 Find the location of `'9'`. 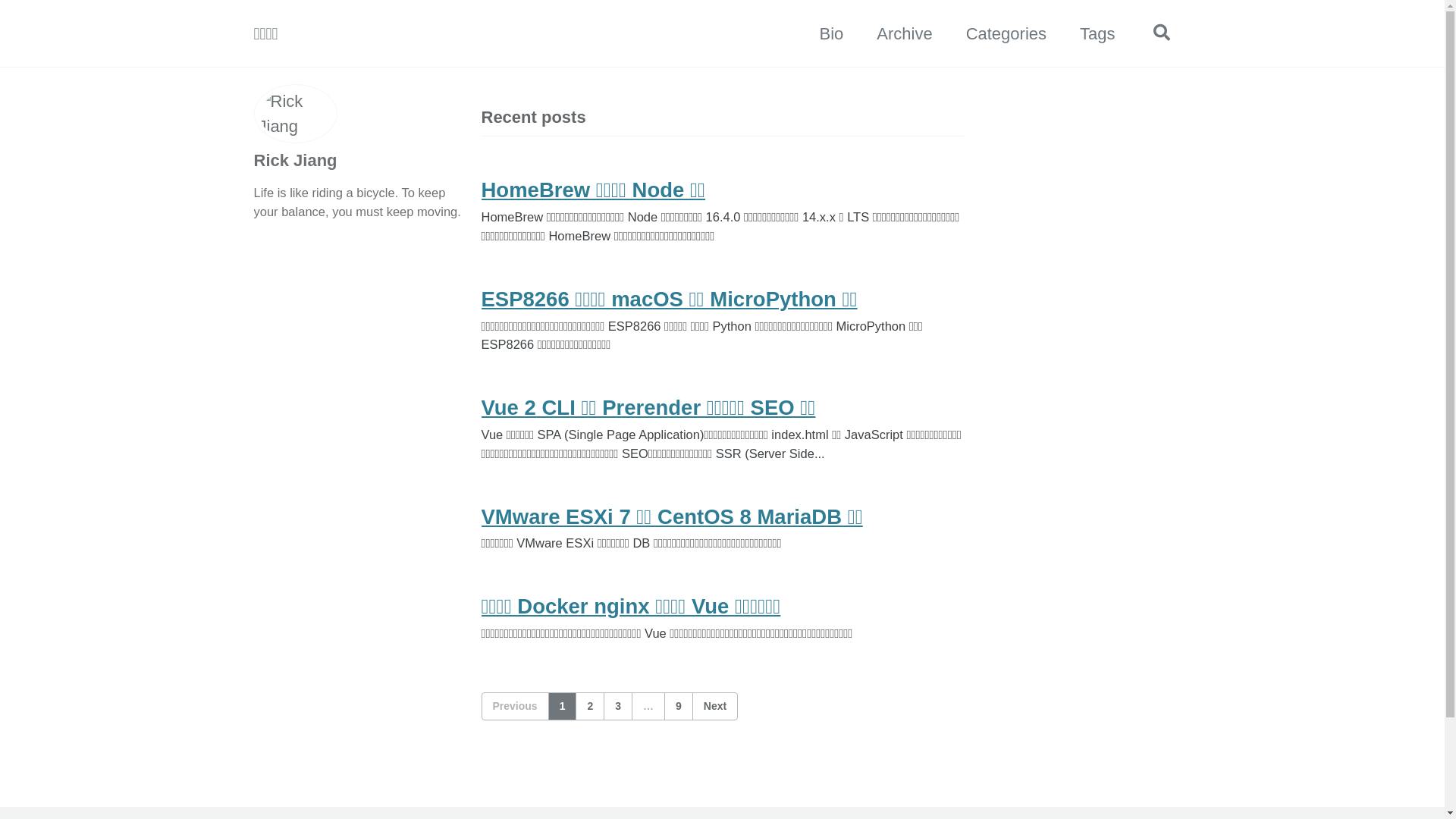

'9' is located at coordinates (677, 706).